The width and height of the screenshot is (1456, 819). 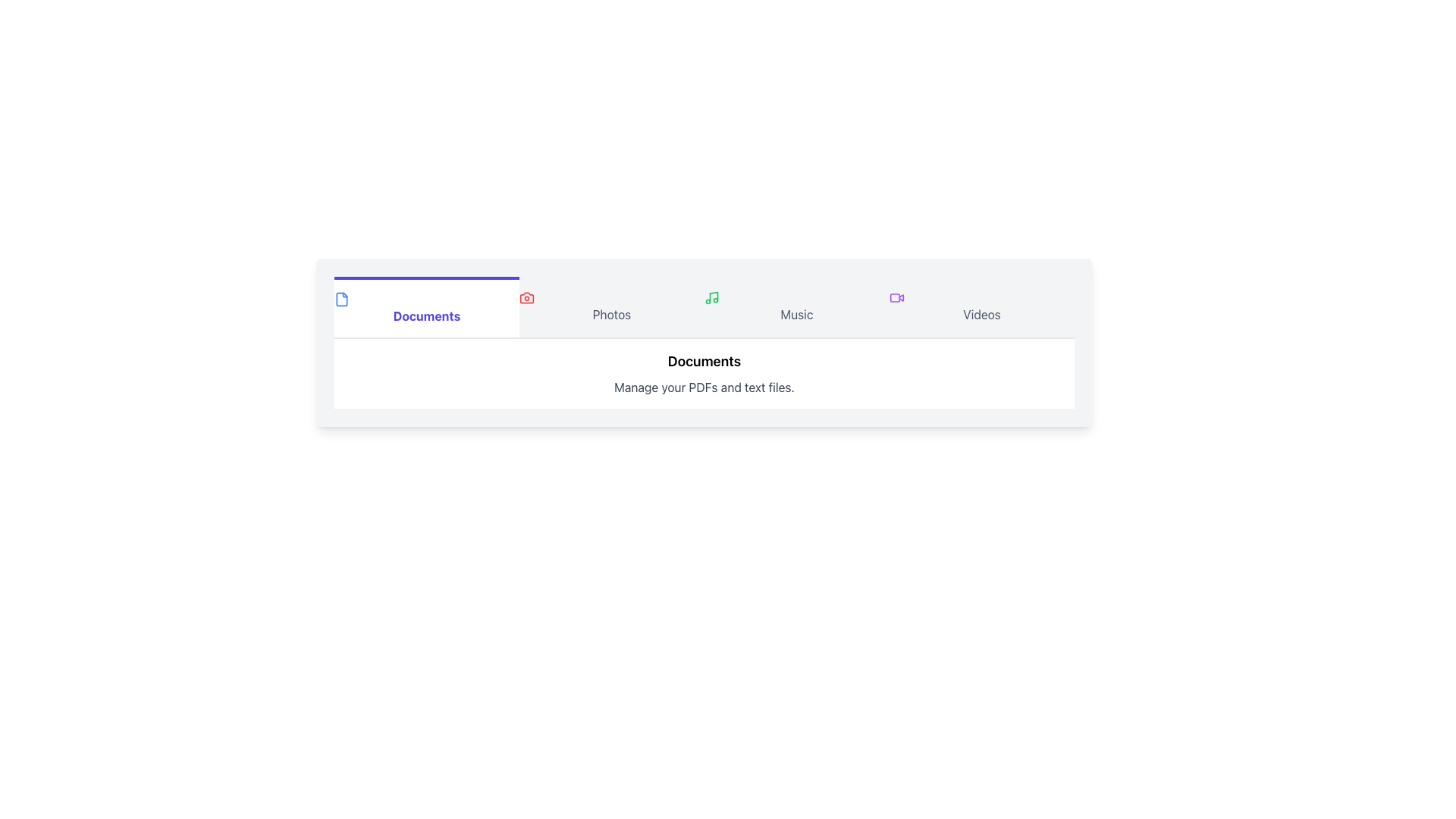 I want to click on the blue outline file icon located at the far left of the 'Documents' section, which features a document symbol and precedes the textual label, so click(x=341, y=299).